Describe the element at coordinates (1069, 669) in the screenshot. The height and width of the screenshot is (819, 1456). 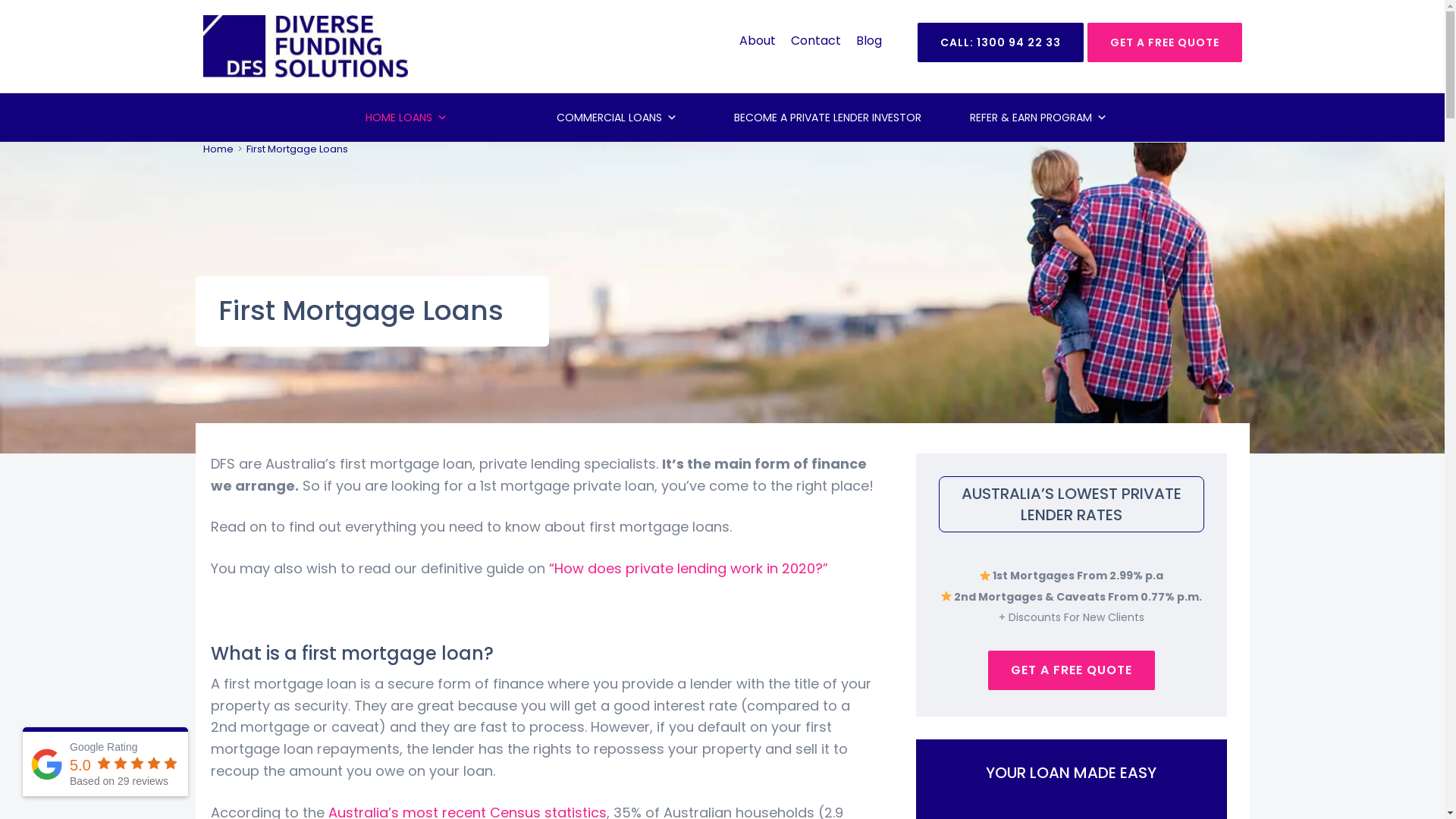
I see `'GET A FREE QUOTE'` at that location.